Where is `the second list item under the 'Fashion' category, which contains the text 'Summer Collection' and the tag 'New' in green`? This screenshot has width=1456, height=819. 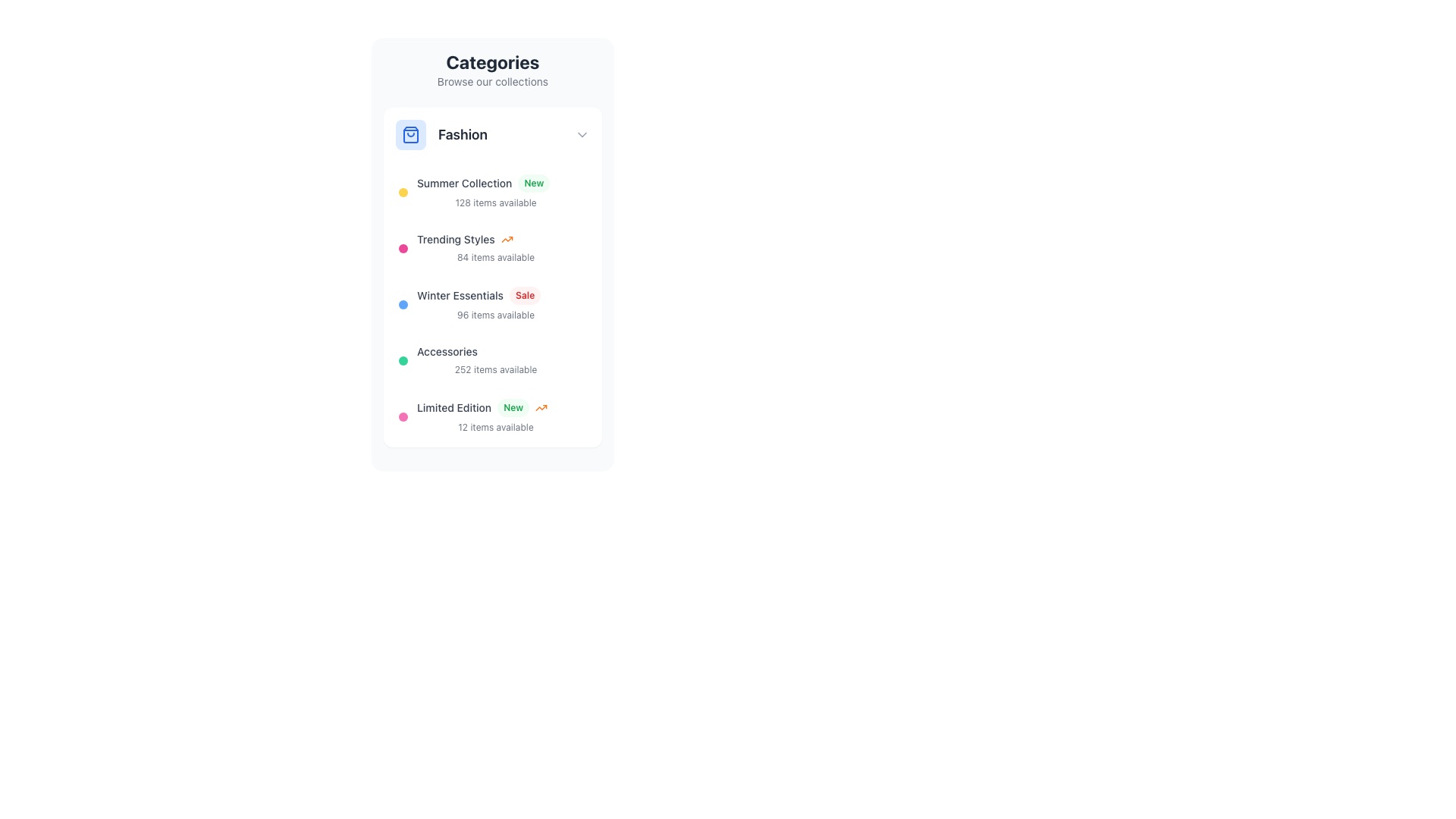 the second list item under the 'Fashion' category, which contains the text 'Summer Collection' and the tag 'New' in green is located at coordinates (492, 192).